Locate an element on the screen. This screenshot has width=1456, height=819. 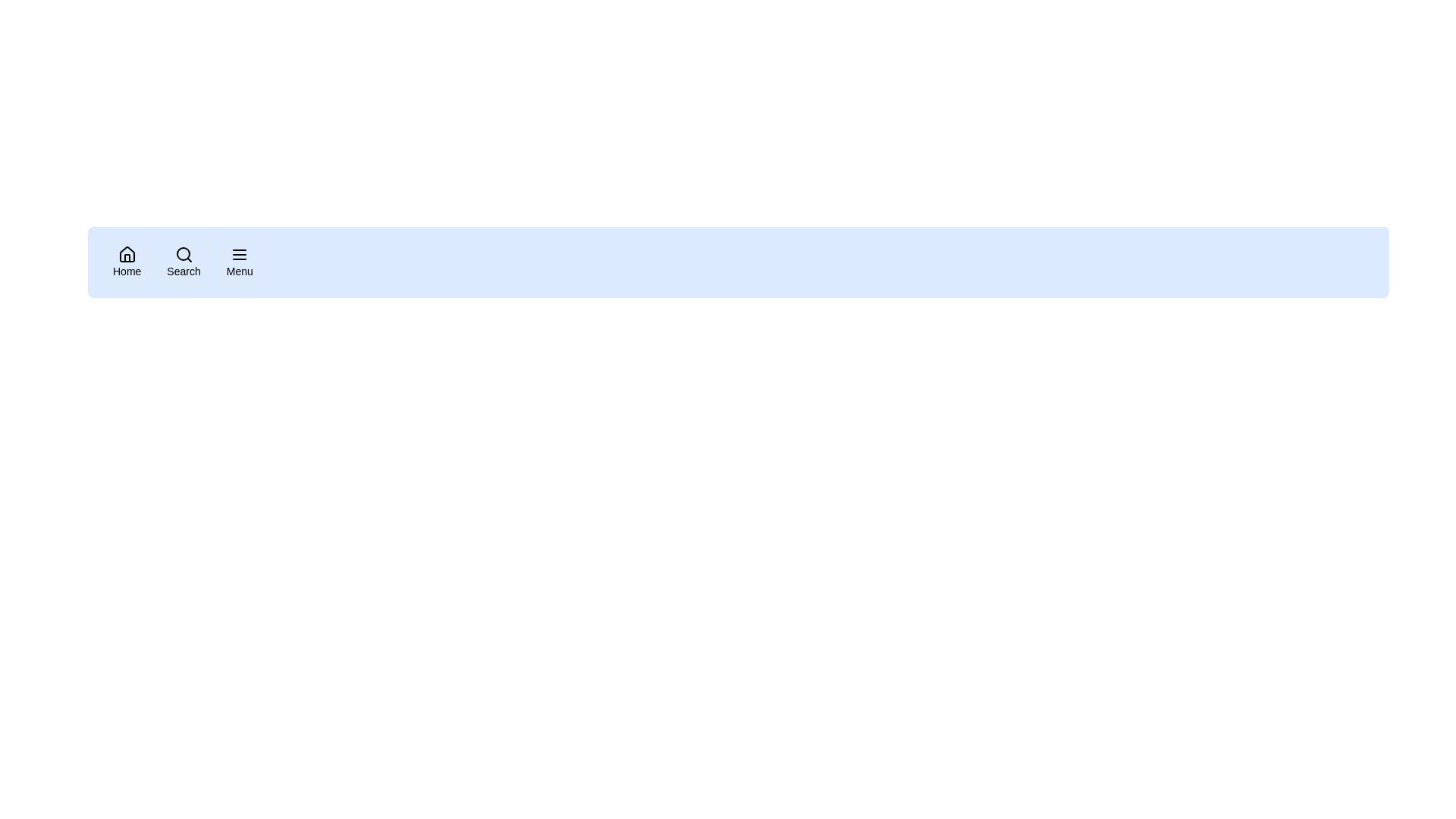
the 'Menu' button, which is a rectangular button with rounded corners containing a triple-line icon and the text 'Menu' below it is located at coordinates (239, 262).